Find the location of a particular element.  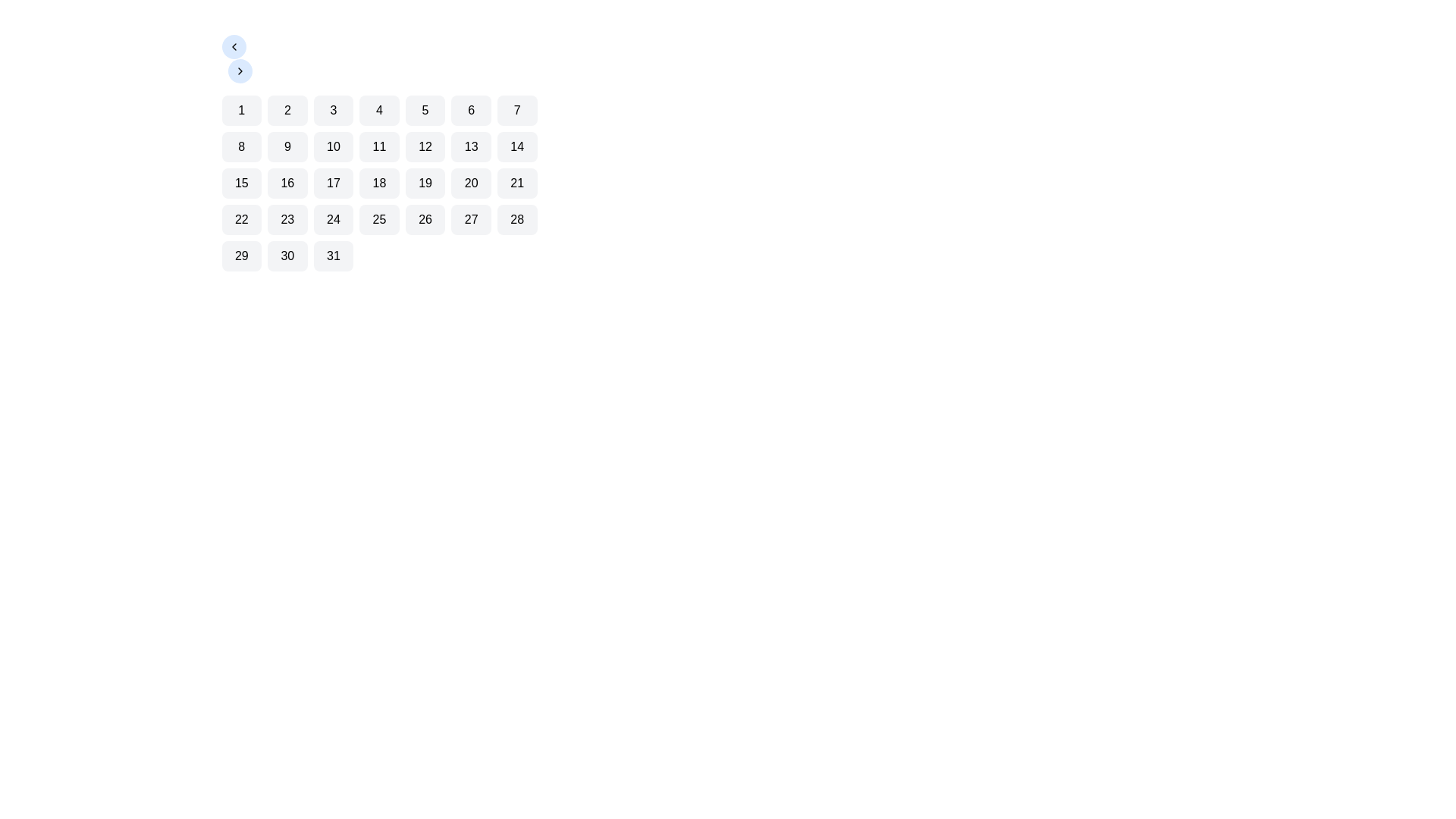

the calendar date button representing '18' is located at coordinates (379, 183).